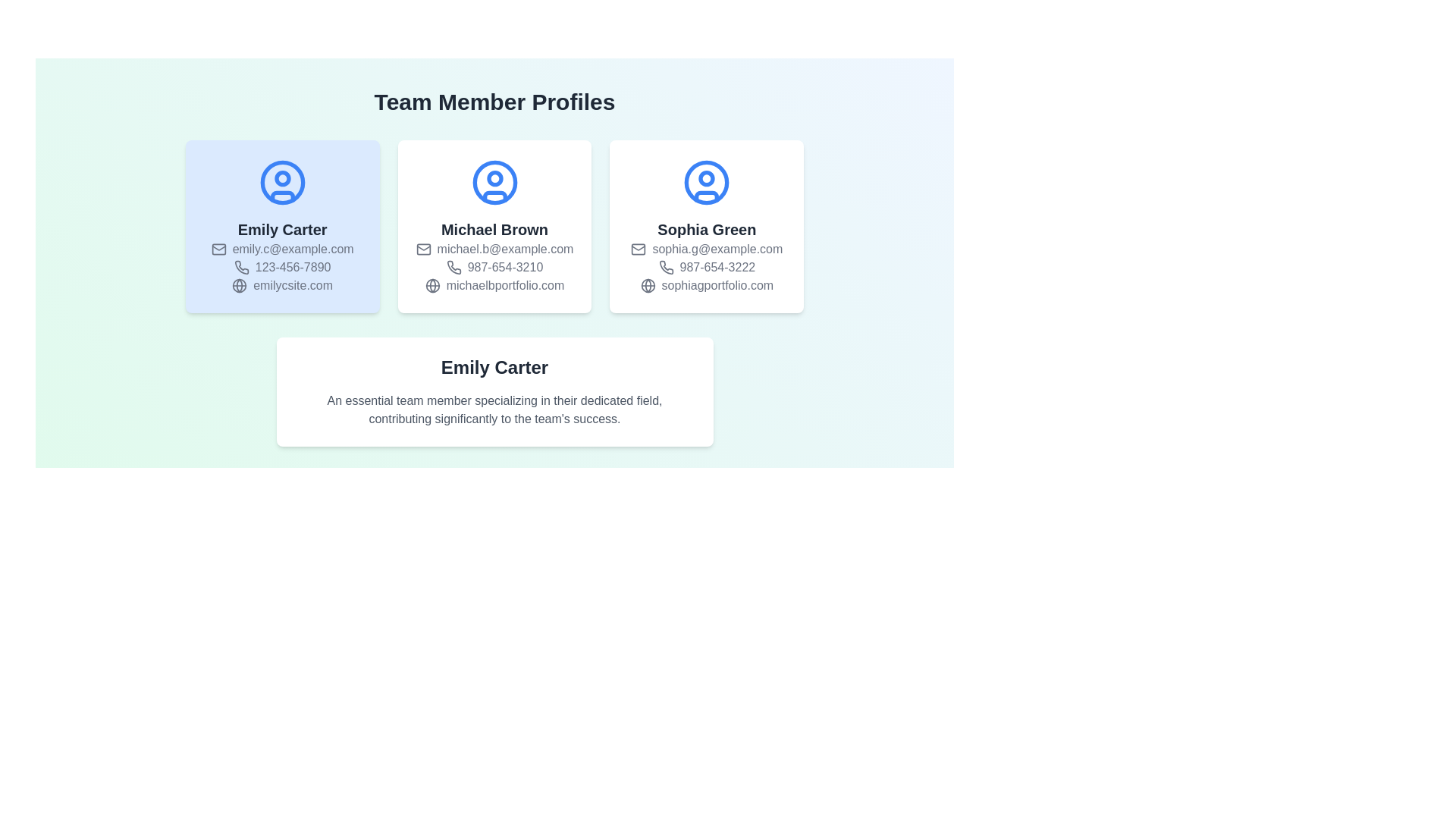 This screenshot has width=1456, height=819. What do you see at coordinates (240, 266) in the screenshot?
I see `the contact phone number icon for 'Emily Carter' located in the 'Team Member Profiles' section, positioned above the phone number (123-456-7890) and below the email icon` at bounding box center [240, 266].